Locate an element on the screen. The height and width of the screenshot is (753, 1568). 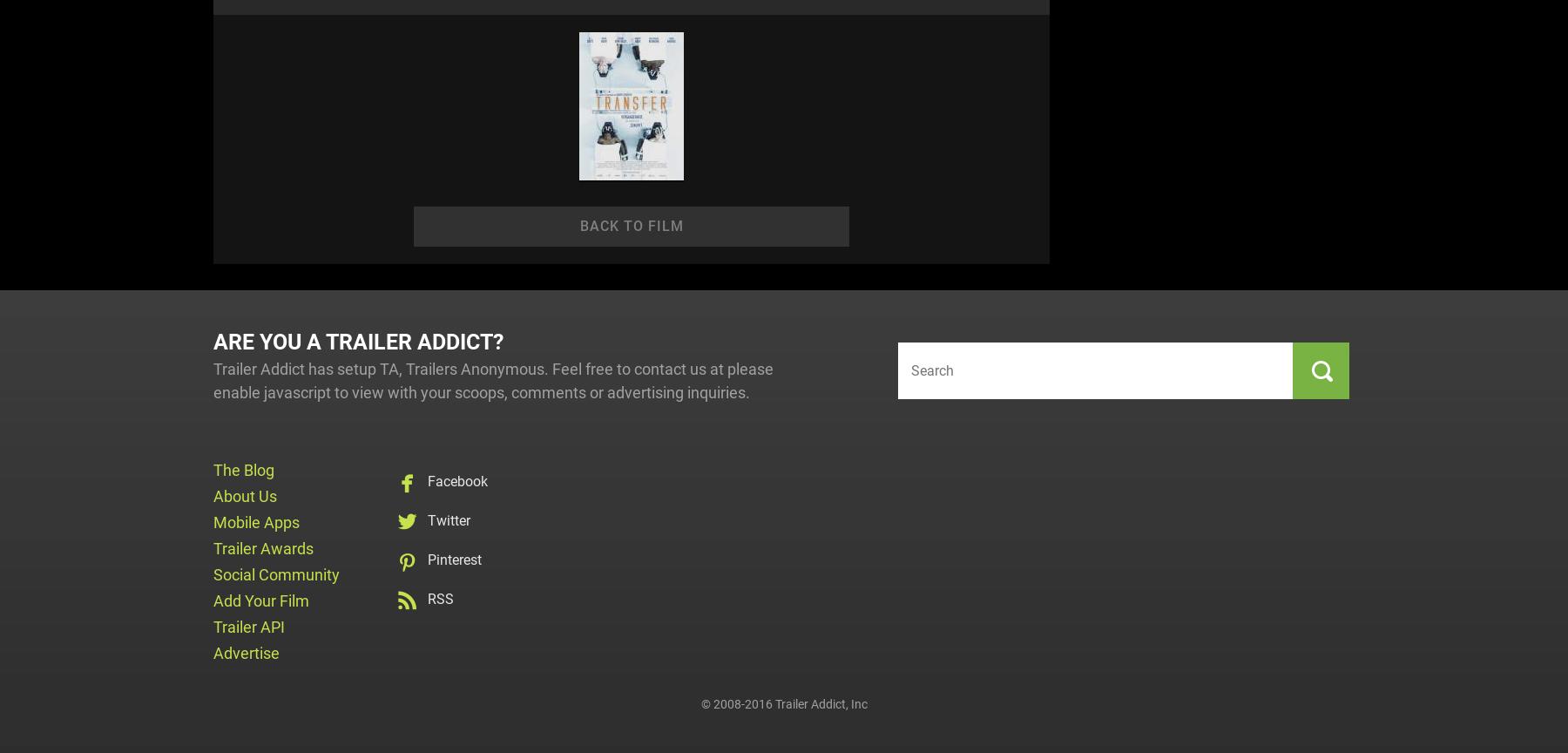
'Are you a trailer addict?' is located at coordinates (358, 341).